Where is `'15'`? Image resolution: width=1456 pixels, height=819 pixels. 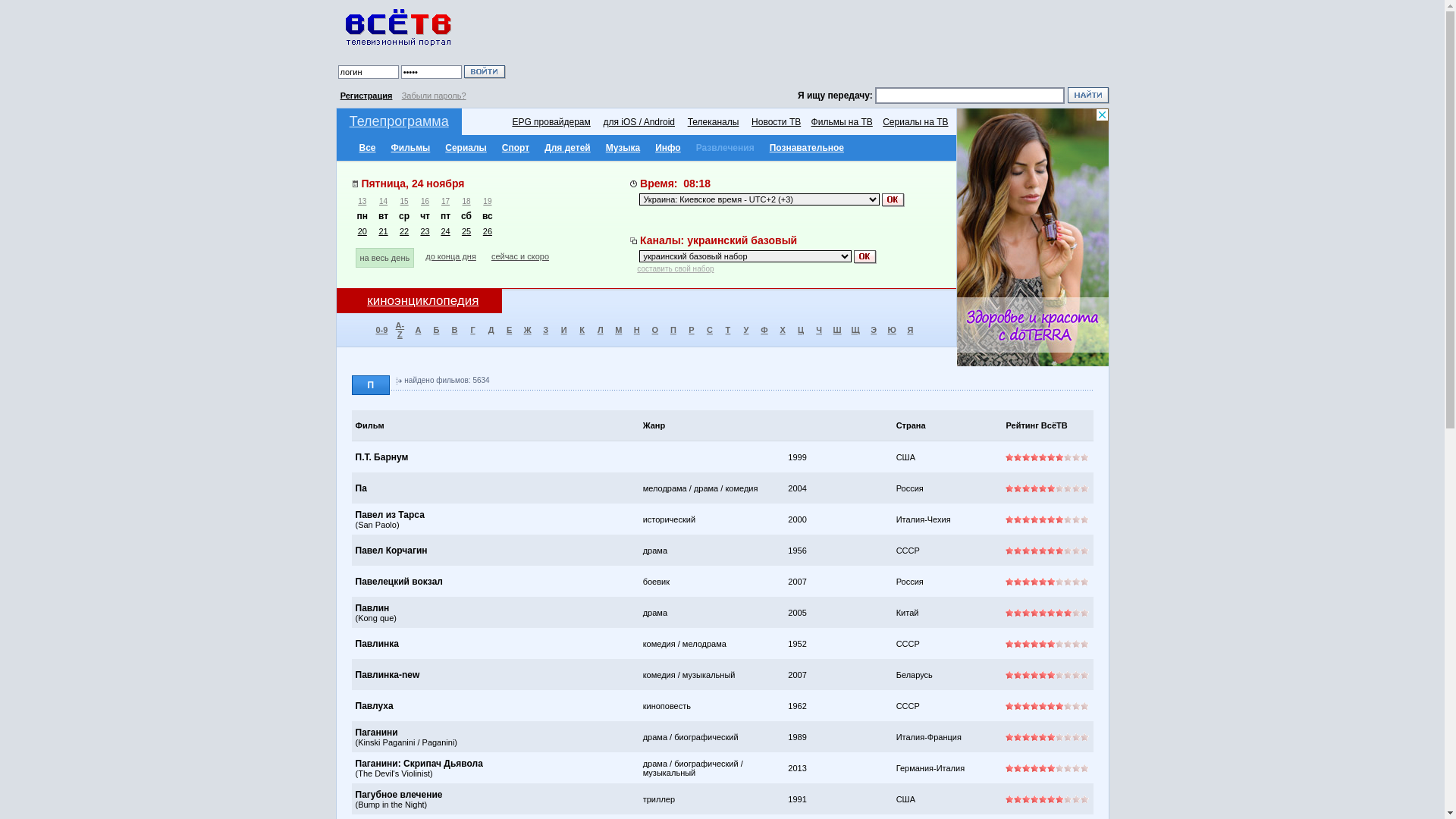
'15' is located at coordinates (400, 200).